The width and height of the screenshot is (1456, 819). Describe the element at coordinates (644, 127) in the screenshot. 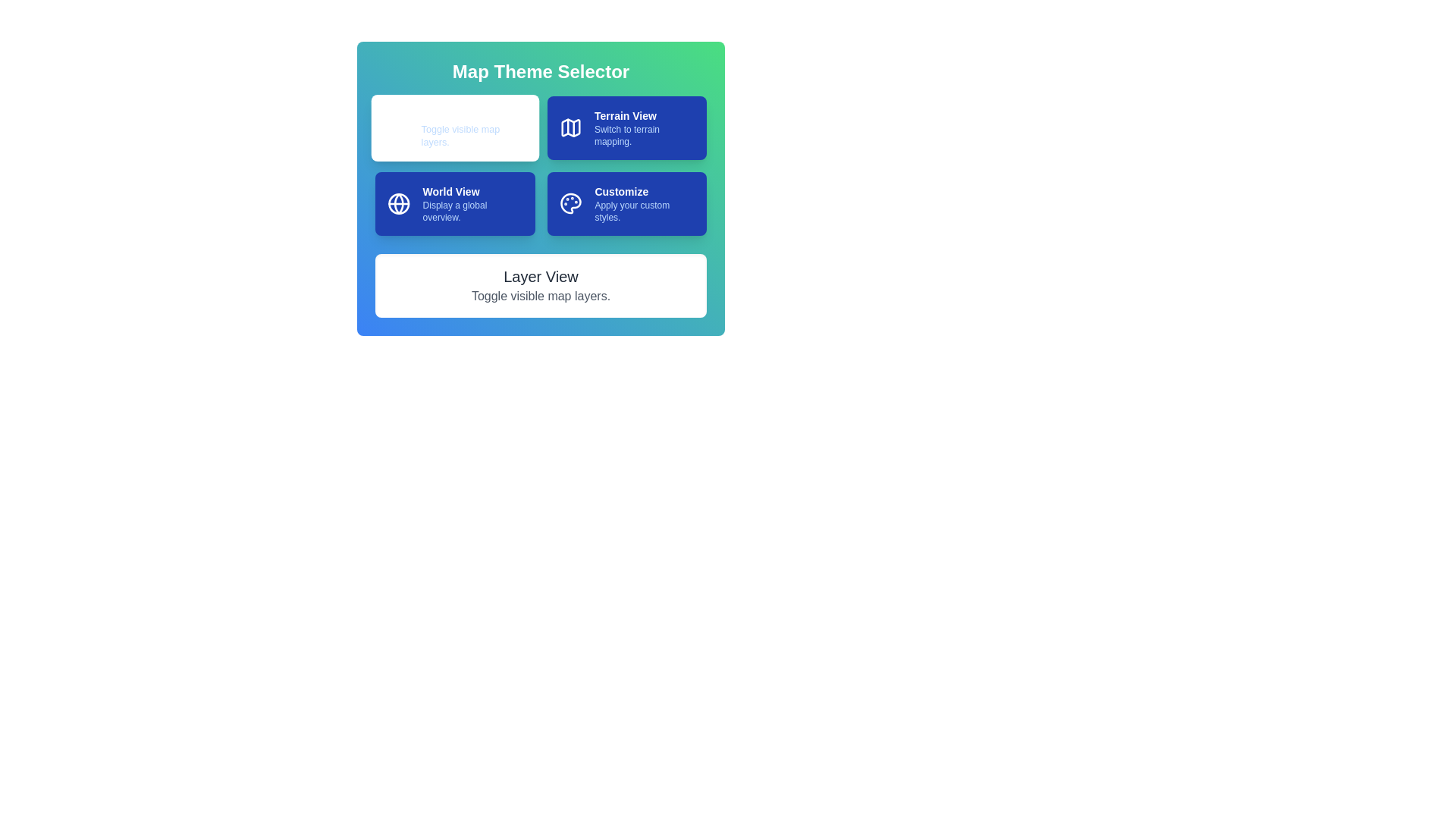

I see `the 'Terrain View' informational text component, which features bold white text and a smaller light blue description, located in the second column of the second row under 'Map Theme Selector.'` at that location.